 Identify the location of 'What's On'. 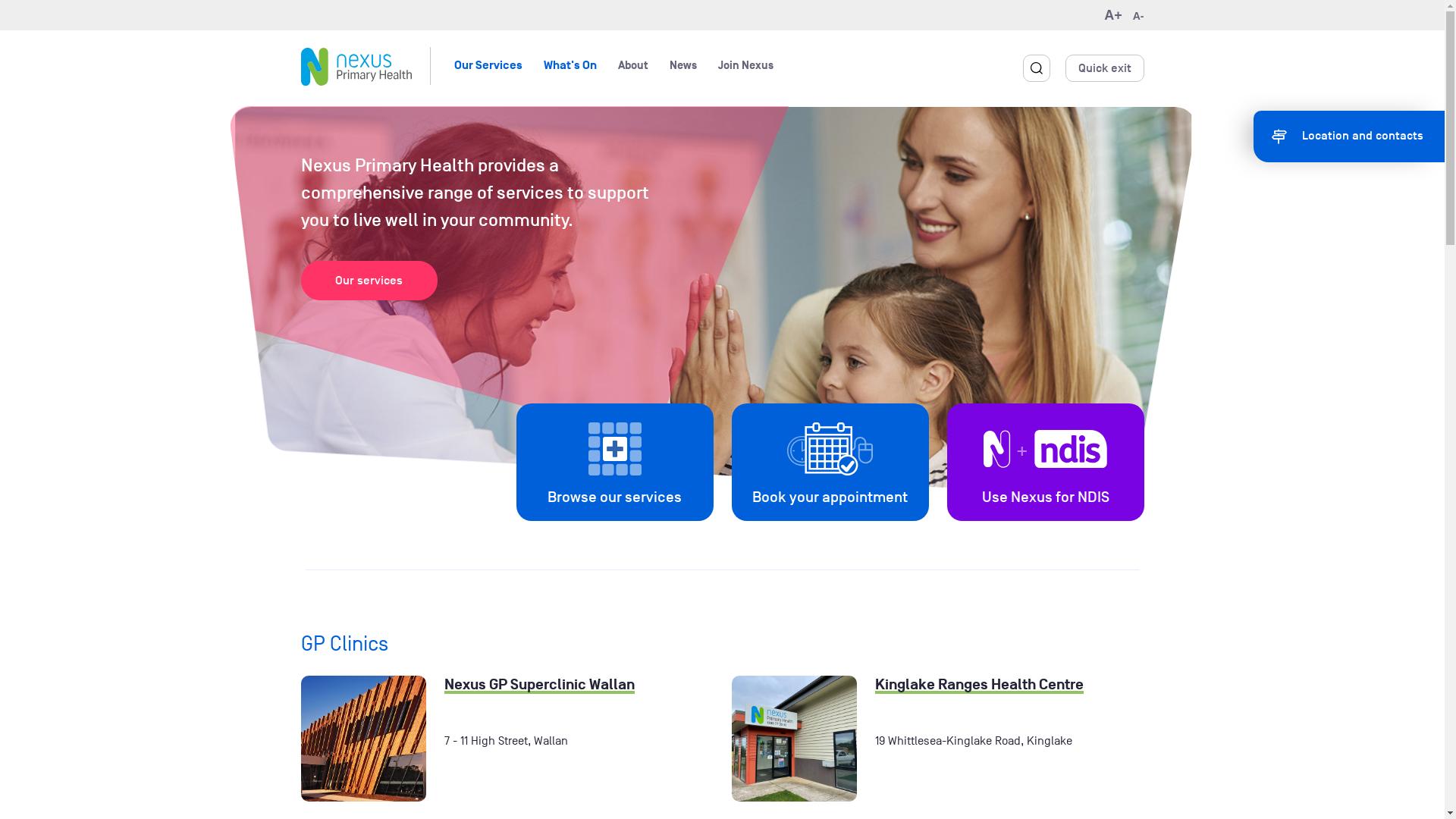
(568, 64).